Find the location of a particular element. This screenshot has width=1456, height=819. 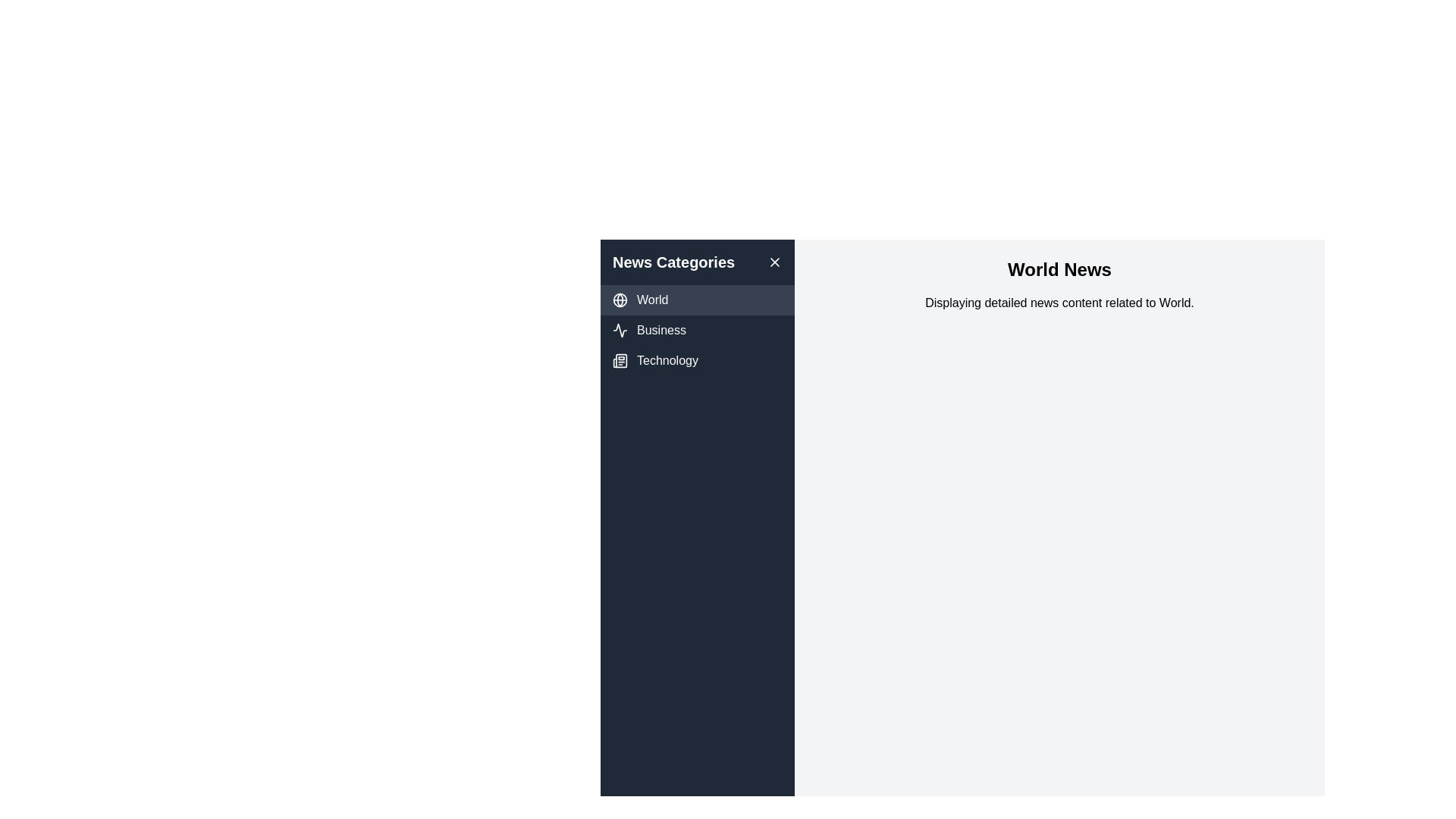

the news category World to observe the hover effect is located at coordinates (697, 300).